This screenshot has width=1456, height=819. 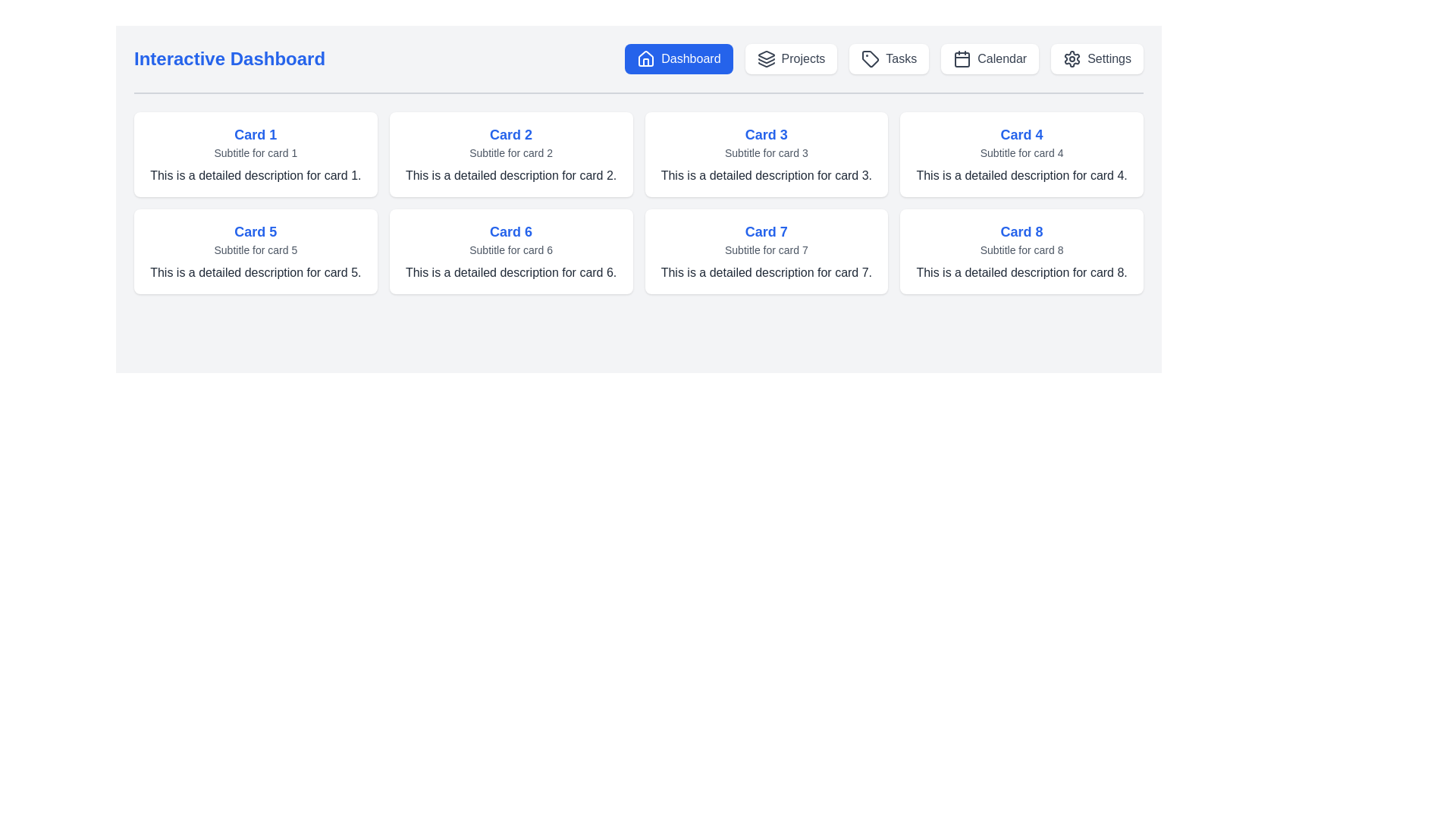 What do you see at coordinates (1021, 250) in the screenshot?
I see `the Card component titled 'Card 8' located in the bottom-right corner of the grid` at bounding box center [1021, 250].